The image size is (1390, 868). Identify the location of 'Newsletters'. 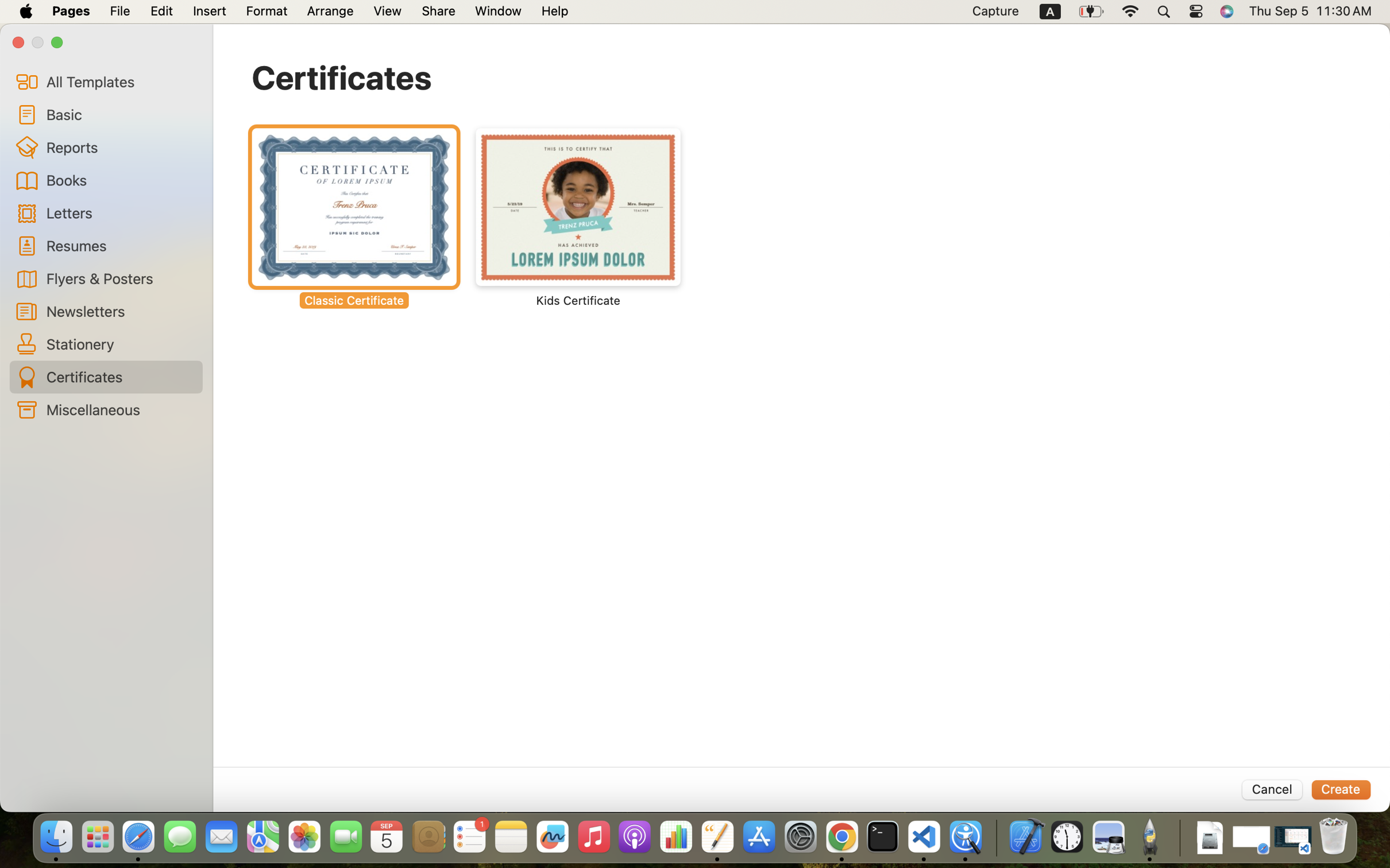
(119, 310).